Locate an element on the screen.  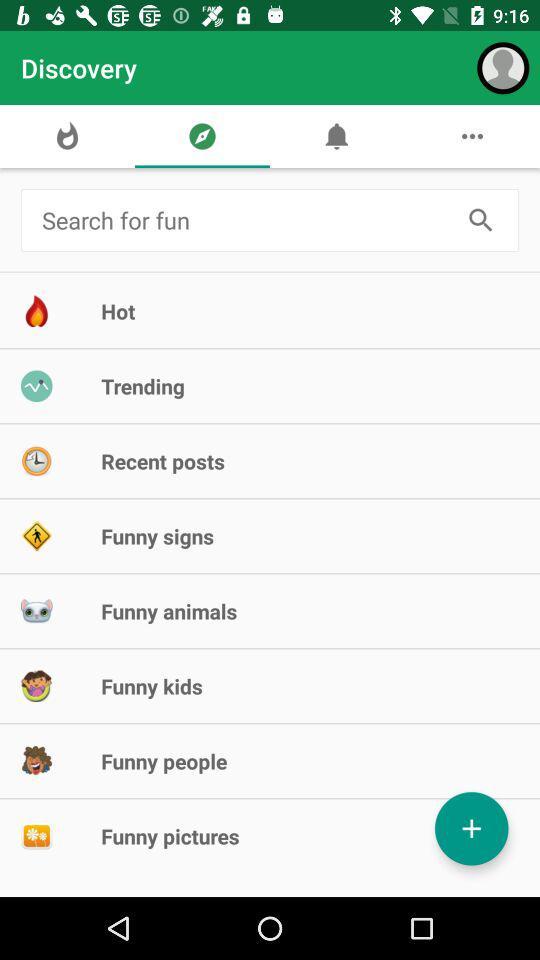
contact button is located at coordinates (471, 828).